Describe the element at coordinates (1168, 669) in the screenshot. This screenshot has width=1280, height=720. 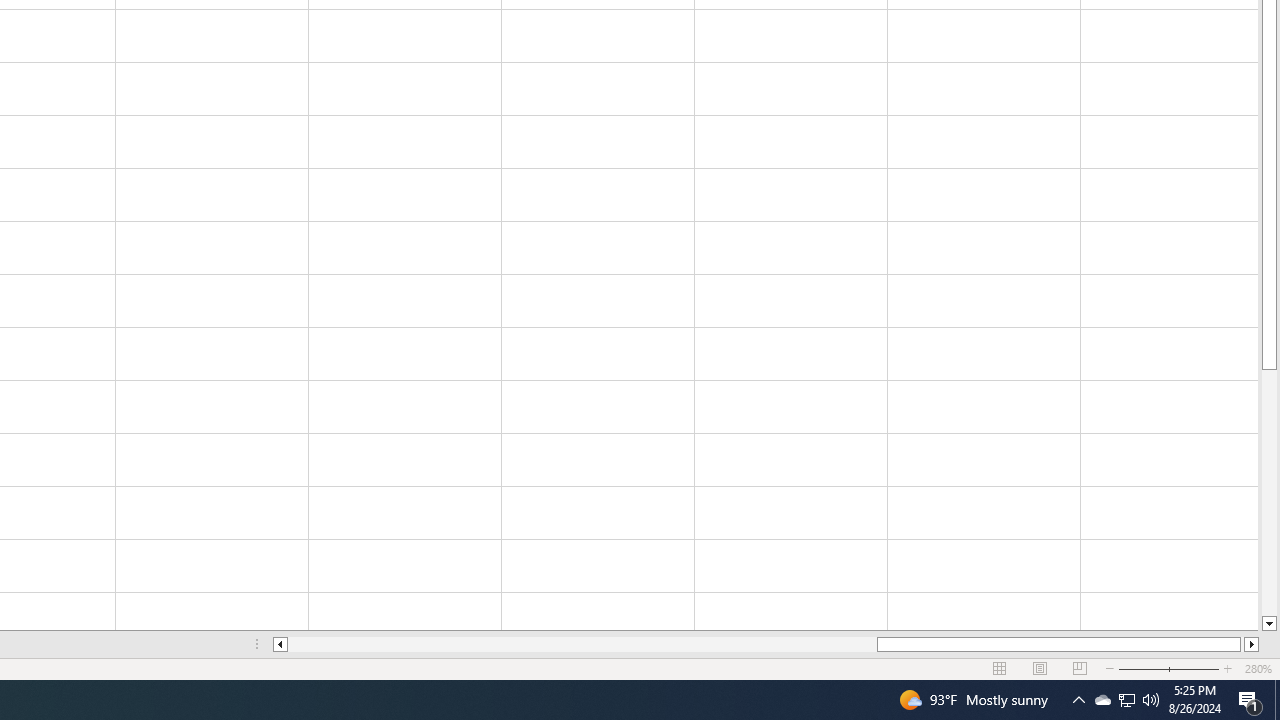
I see `'Zoom'` at that location.